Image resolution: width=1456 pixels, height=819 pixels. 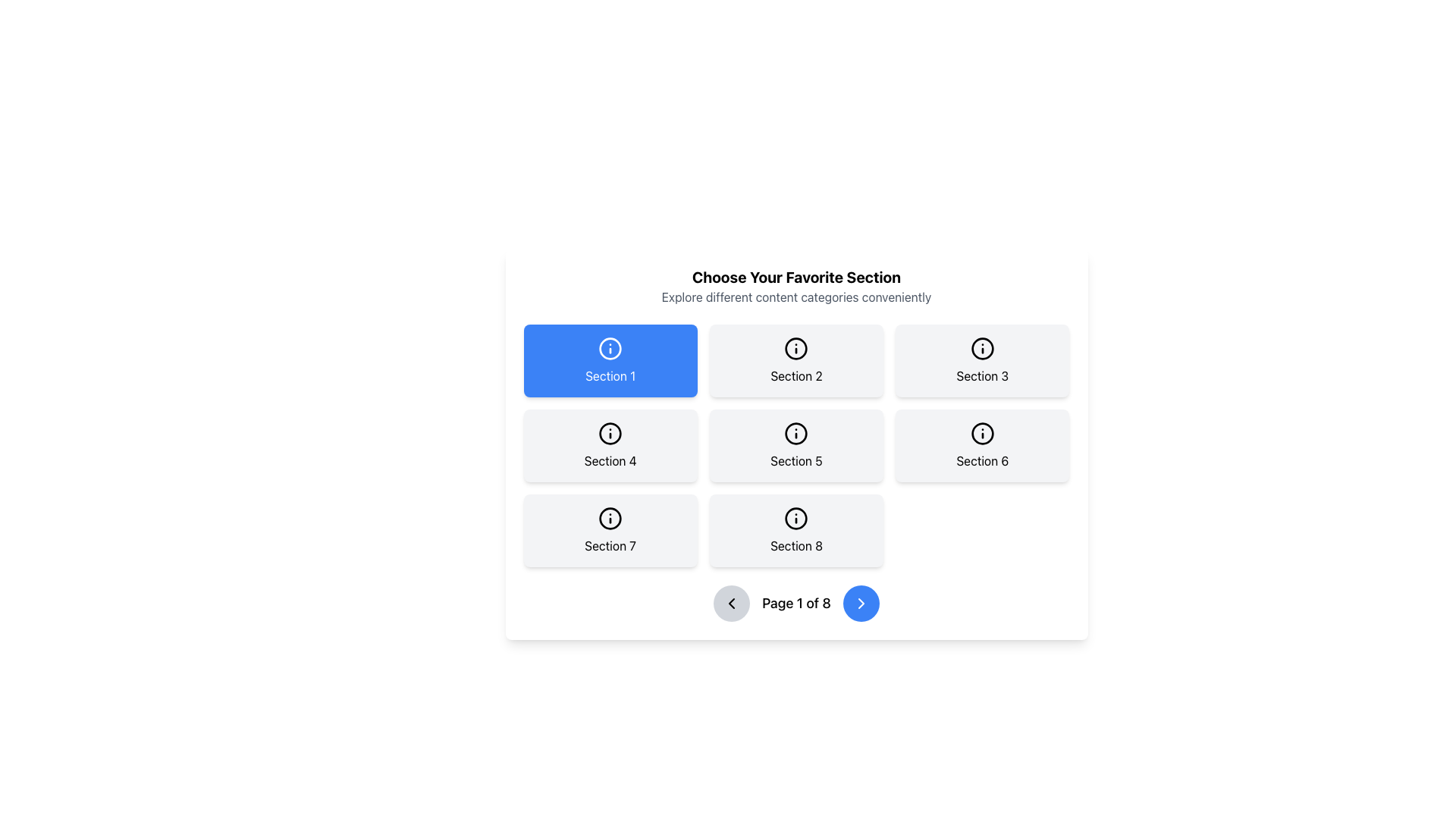 I want to click on the seventh button in the bottom-left corner of the grid layout, so click(x=610, y=529).